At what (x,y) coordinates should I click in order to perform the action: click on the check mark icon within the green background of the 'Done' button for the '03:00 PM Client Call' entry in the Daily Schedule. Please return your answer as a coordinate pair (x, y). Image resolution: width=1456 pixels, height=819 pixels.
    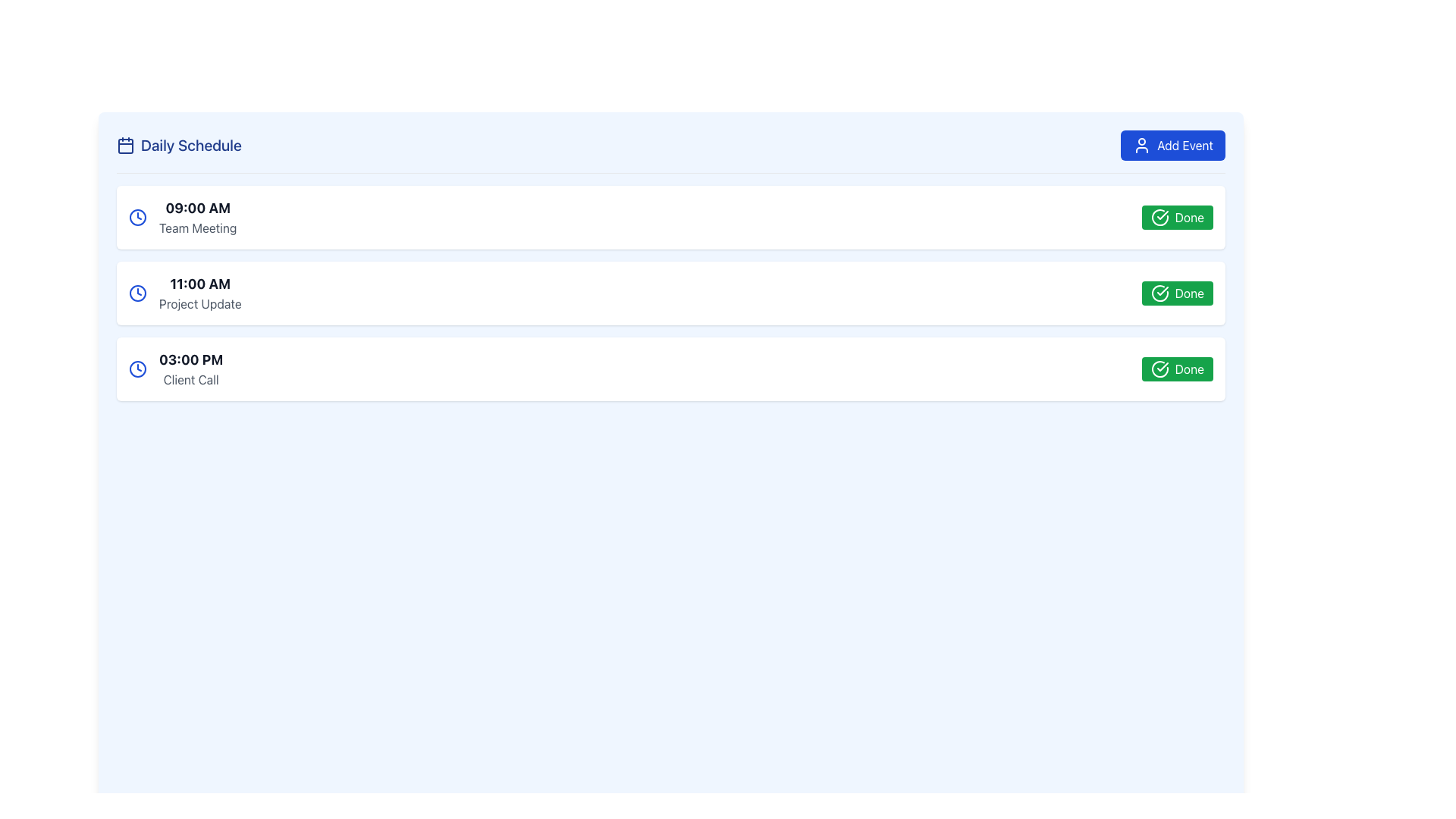
    Looking at the image, I should click on (1162, 366).